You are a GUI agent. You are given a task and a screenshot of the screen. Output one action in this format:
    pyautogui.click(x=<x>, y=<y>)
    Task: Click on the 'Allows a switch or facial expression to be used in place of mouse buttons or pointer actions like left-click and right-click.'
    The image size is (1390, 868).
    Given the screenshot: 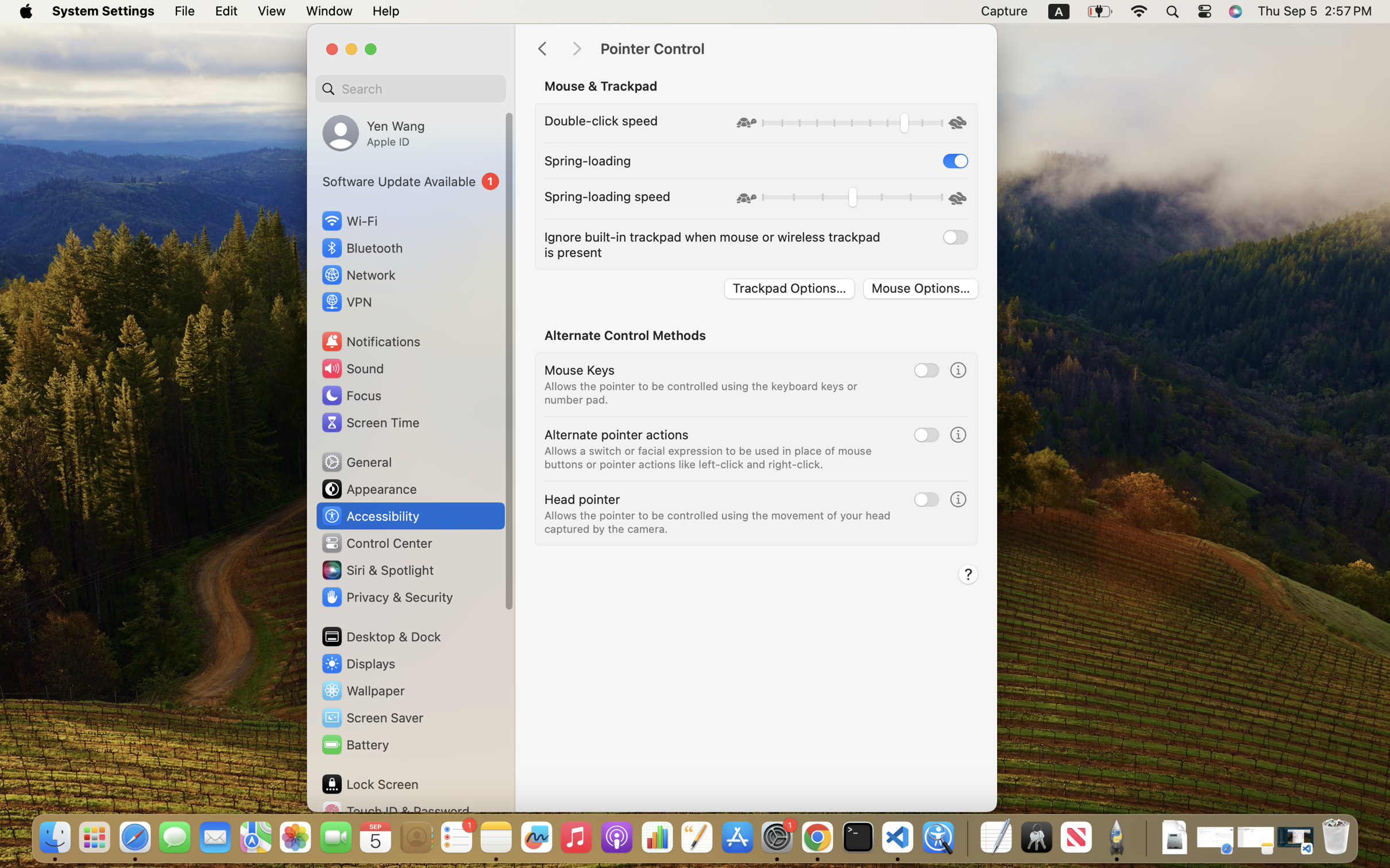 What is the action you would take?
    pyautogui.click(x=709, y=456)
    